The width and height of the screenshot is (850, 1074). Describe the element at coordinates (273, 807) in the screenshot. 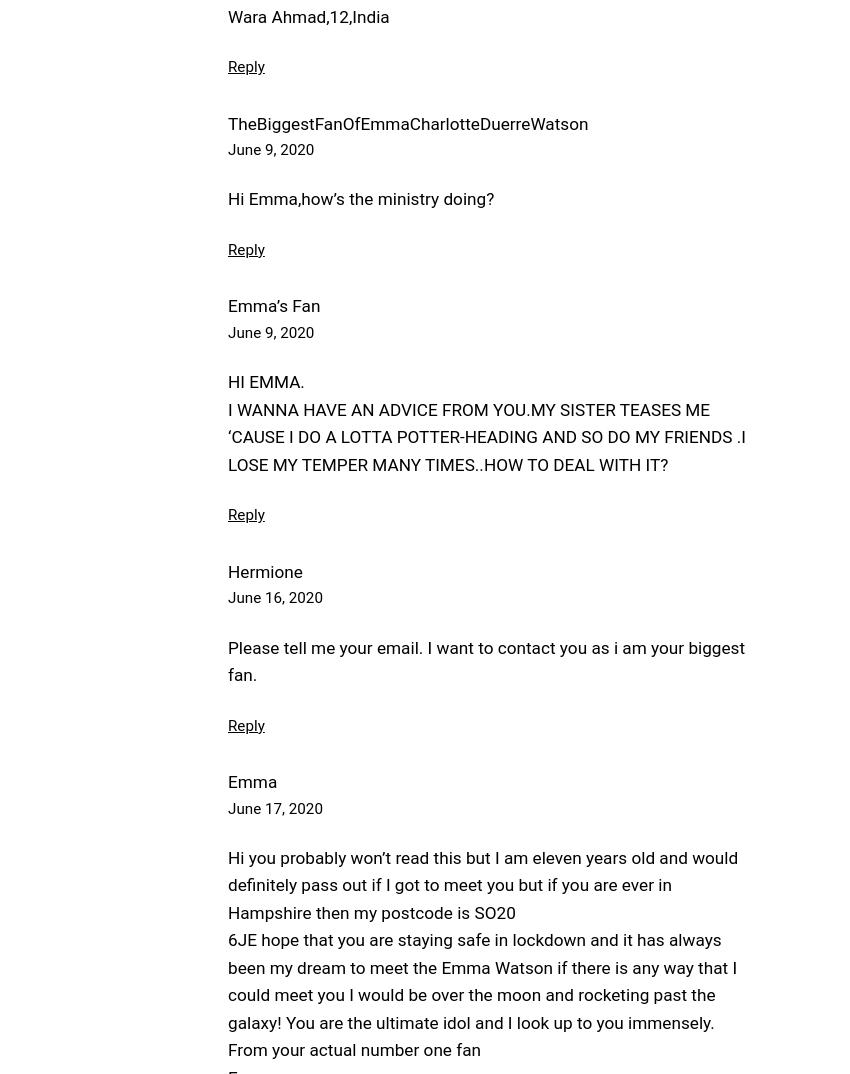

I see `'June 17, 2020'` at that location.